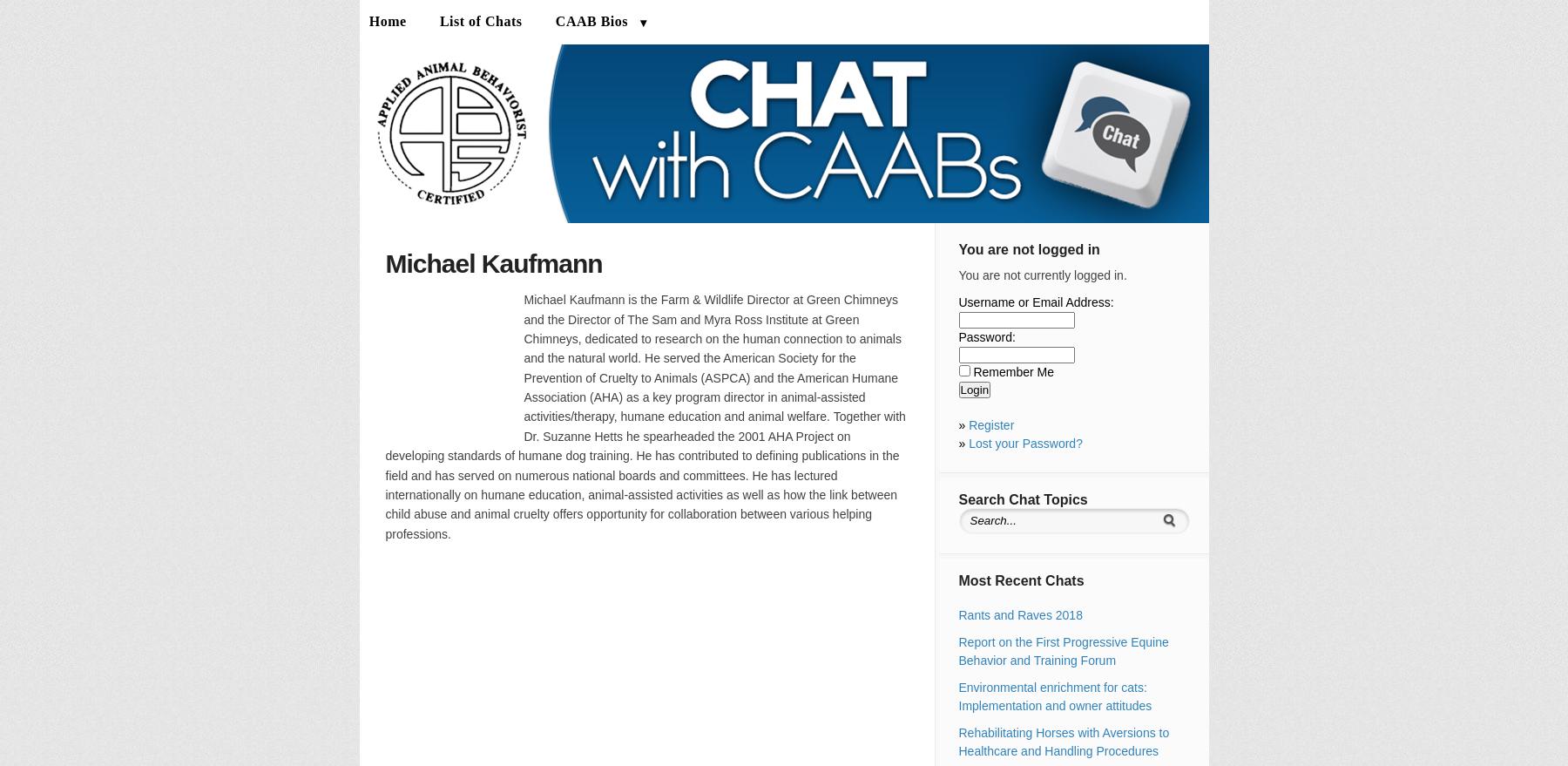  I want to click on 'Username or Email Address:', so click(1035, 302).